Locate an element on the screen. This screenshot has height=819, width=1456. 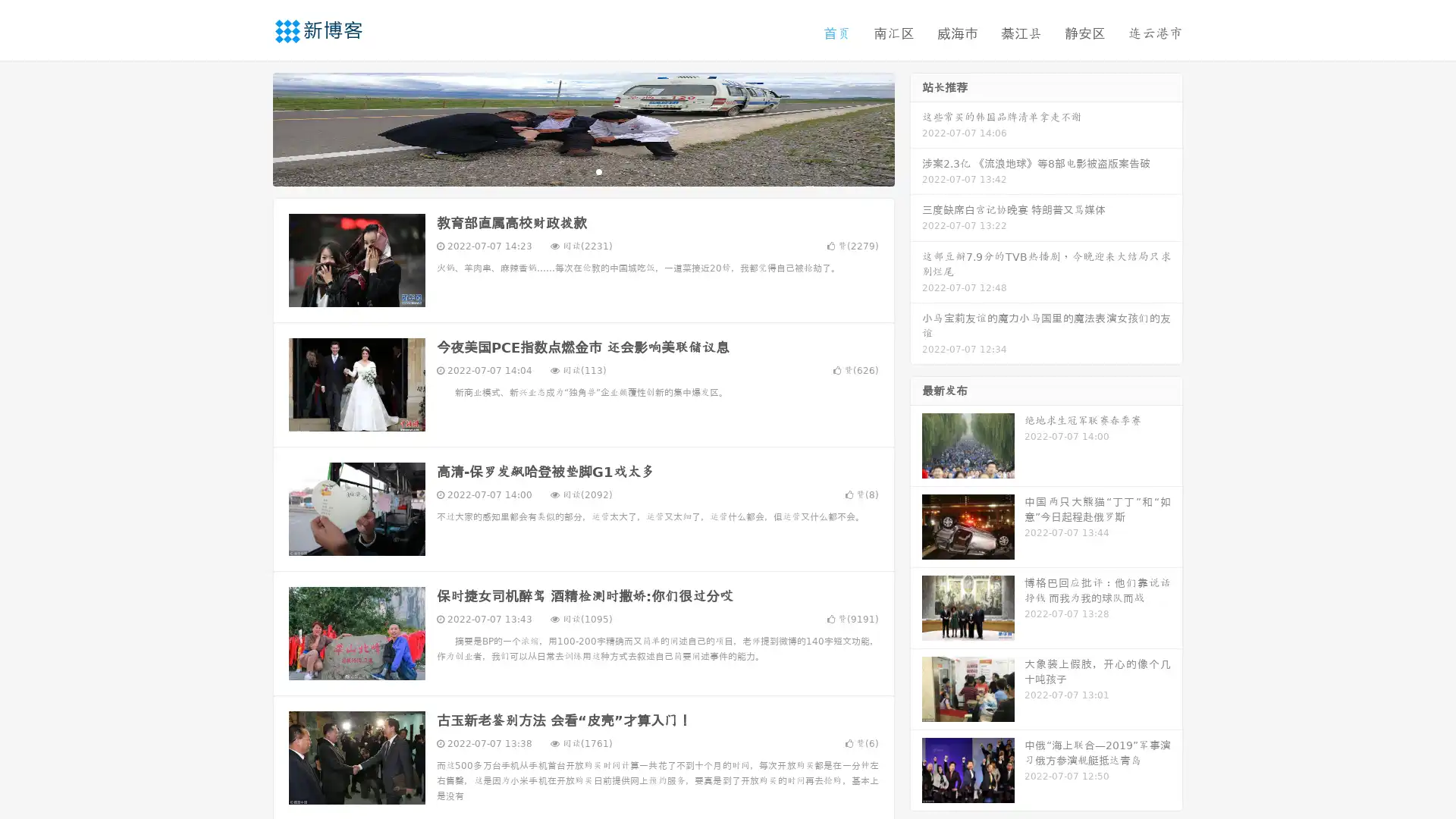
Next slide is located at coordinates (916, 127).